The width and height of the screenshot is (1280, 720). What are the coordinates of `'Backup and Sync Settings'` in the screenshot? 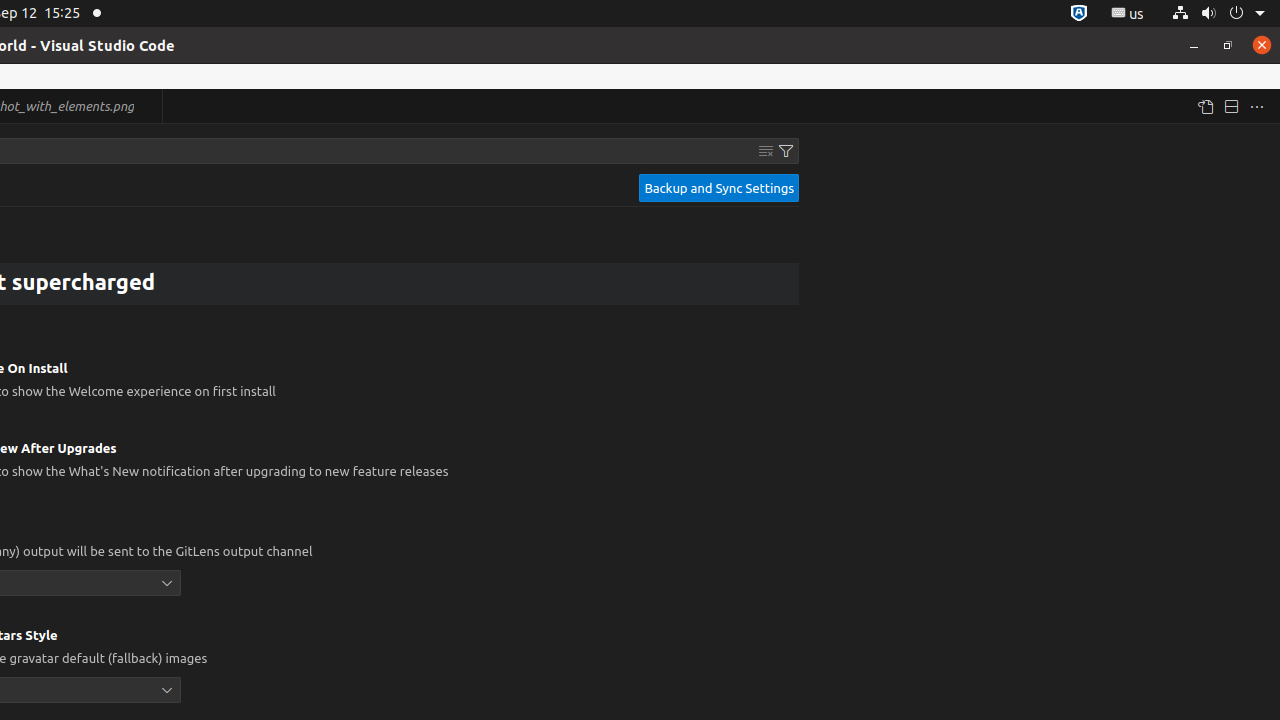 It's located at (718, 187).